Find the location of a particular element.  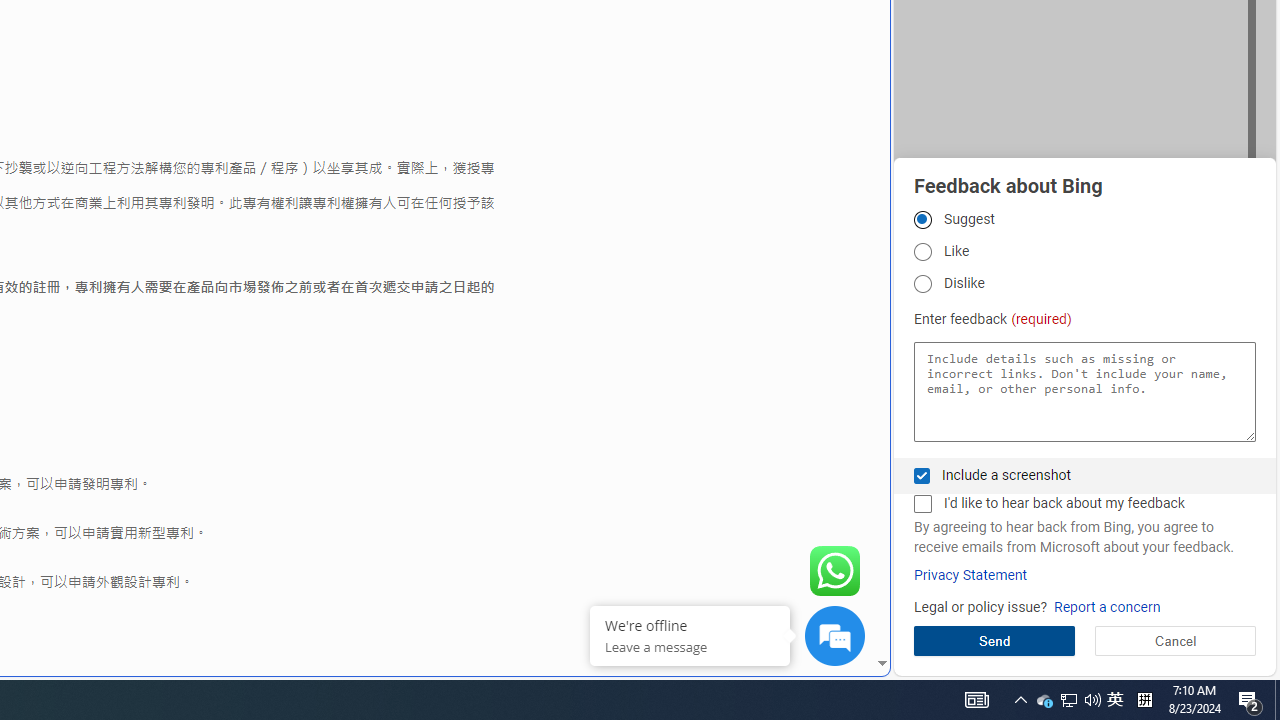

'Cancel' is located at coordinates (1175, 640).